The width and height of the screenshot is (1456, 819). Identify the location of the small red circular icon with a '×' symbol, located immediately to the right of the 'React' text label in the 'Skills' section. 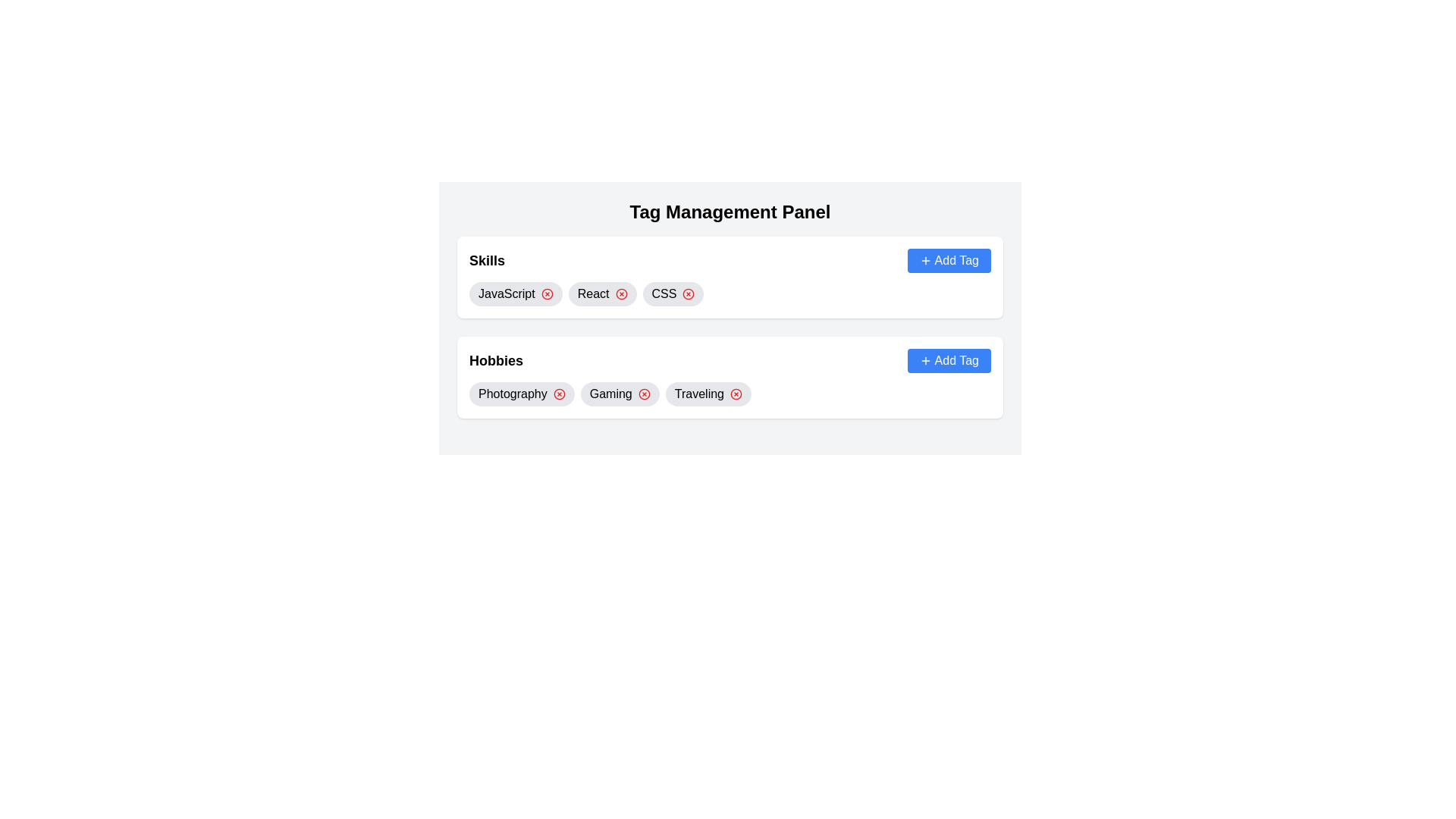
(621, 294).